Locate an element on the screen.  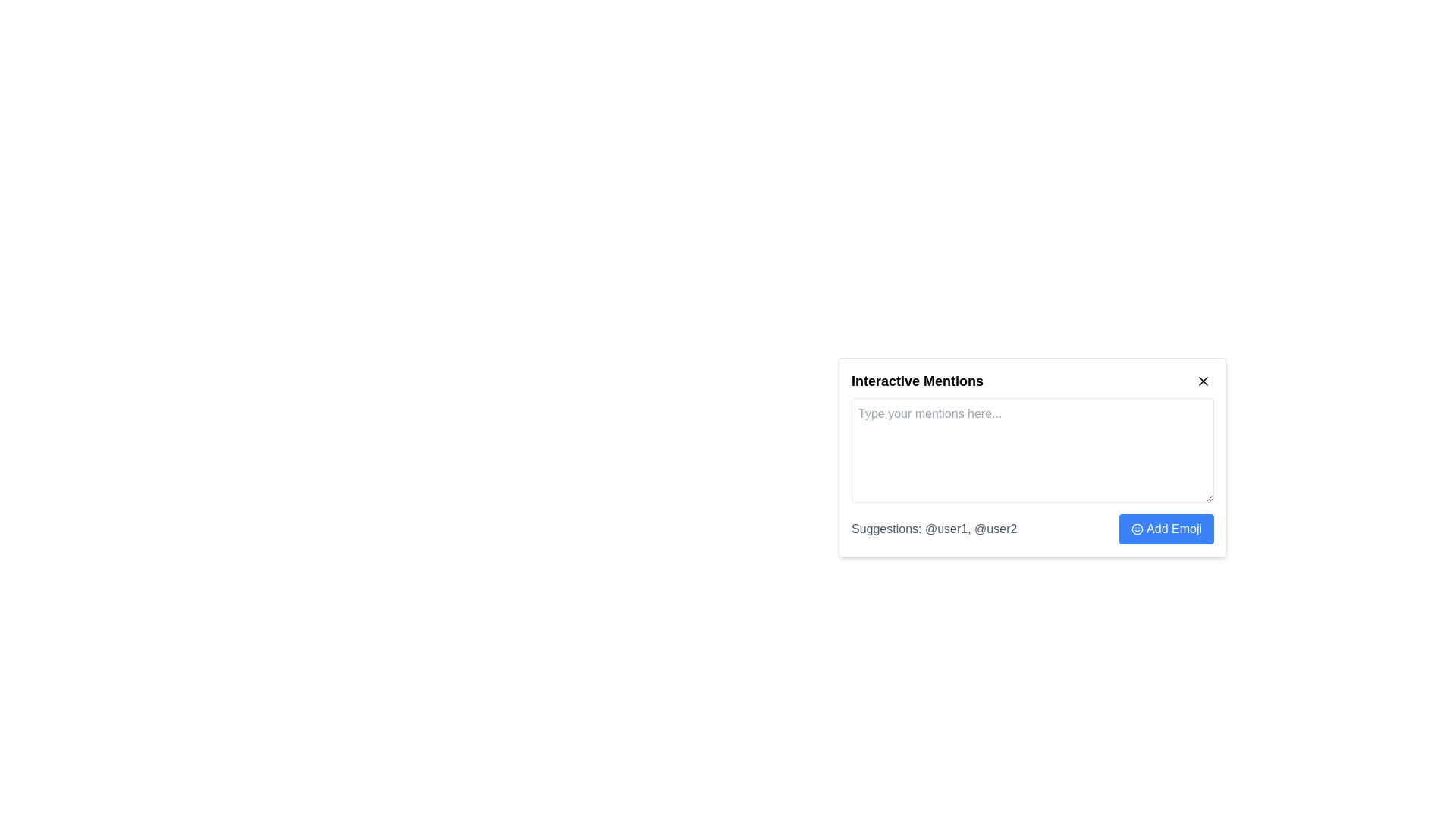
the text label displaying 'Interactive Mentions', which is a bold and larger-than-average heading located at the top-left corner of a popup component is located at coordinates (916, 380).